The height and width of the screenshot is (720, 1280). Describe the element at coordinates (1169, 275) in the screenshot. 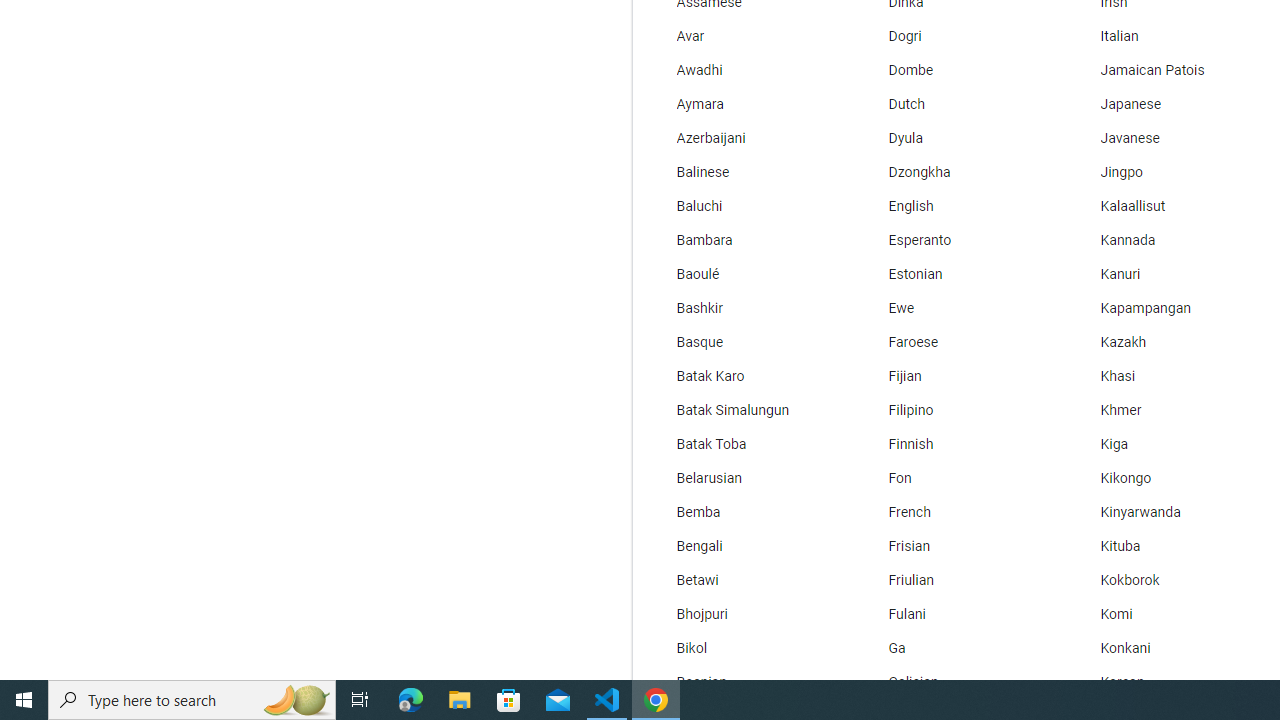

I see `'Kanuri'` at that location.